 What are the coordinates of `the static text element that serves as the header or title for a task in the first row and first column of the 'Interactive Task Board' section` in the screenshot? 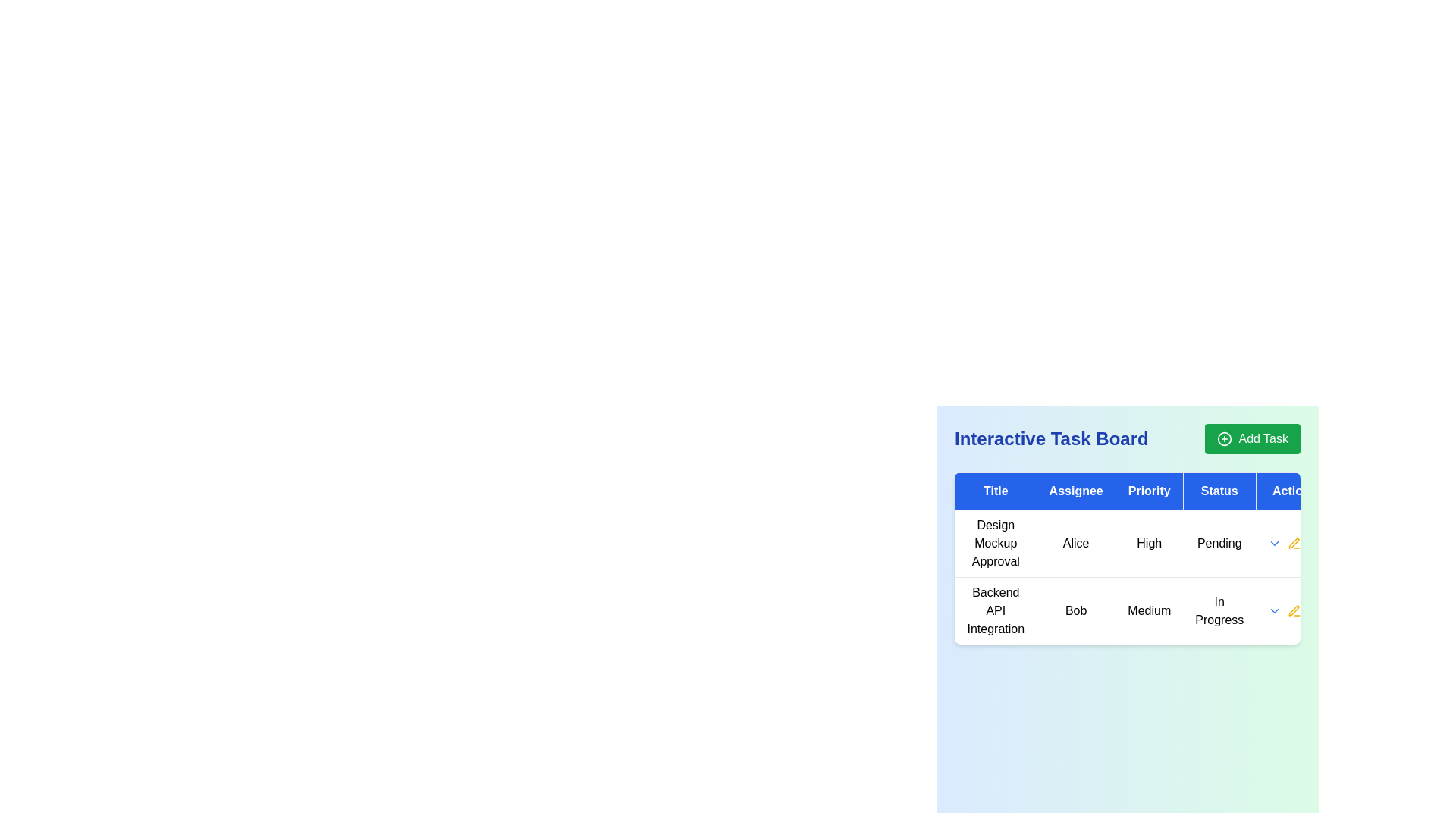 It's located at (996, 543).